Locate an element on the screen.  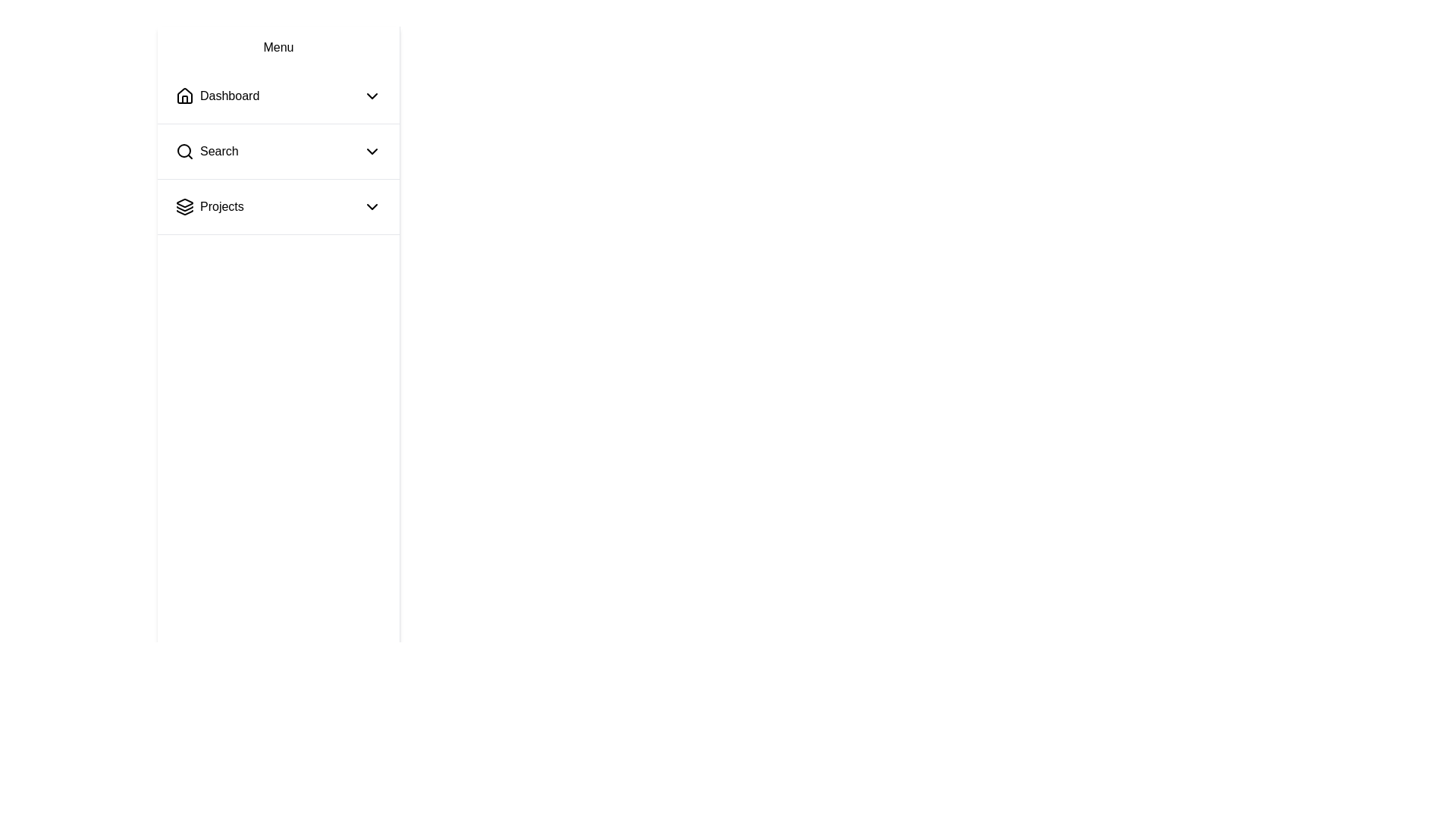
the collapsible menu item in the navigation bar that is the third entry in the vertical list of menu items is located at coordinates (278, 207).